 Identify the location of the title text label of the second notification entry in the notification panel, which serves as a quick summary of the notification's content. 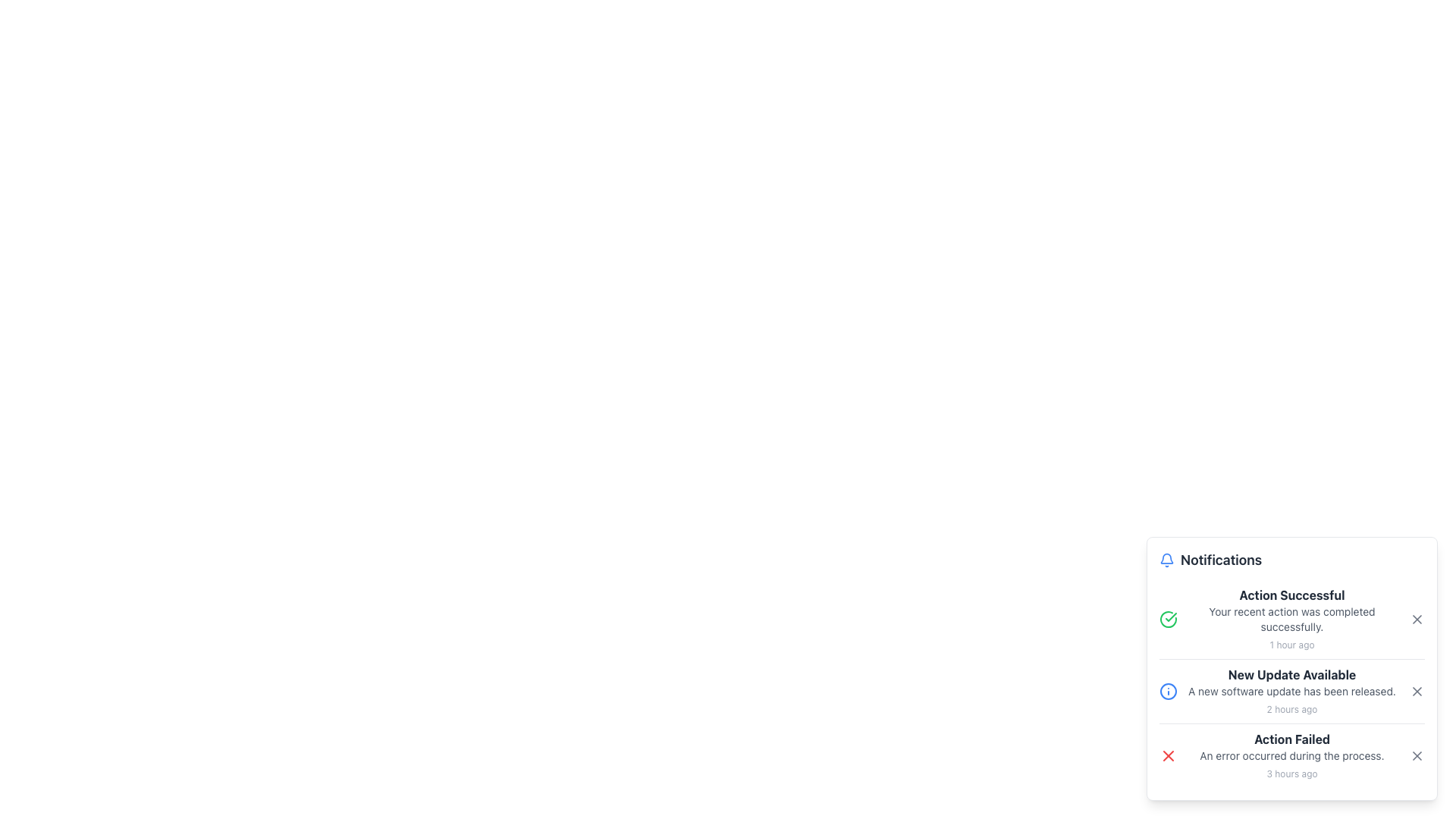
(1291, 674).